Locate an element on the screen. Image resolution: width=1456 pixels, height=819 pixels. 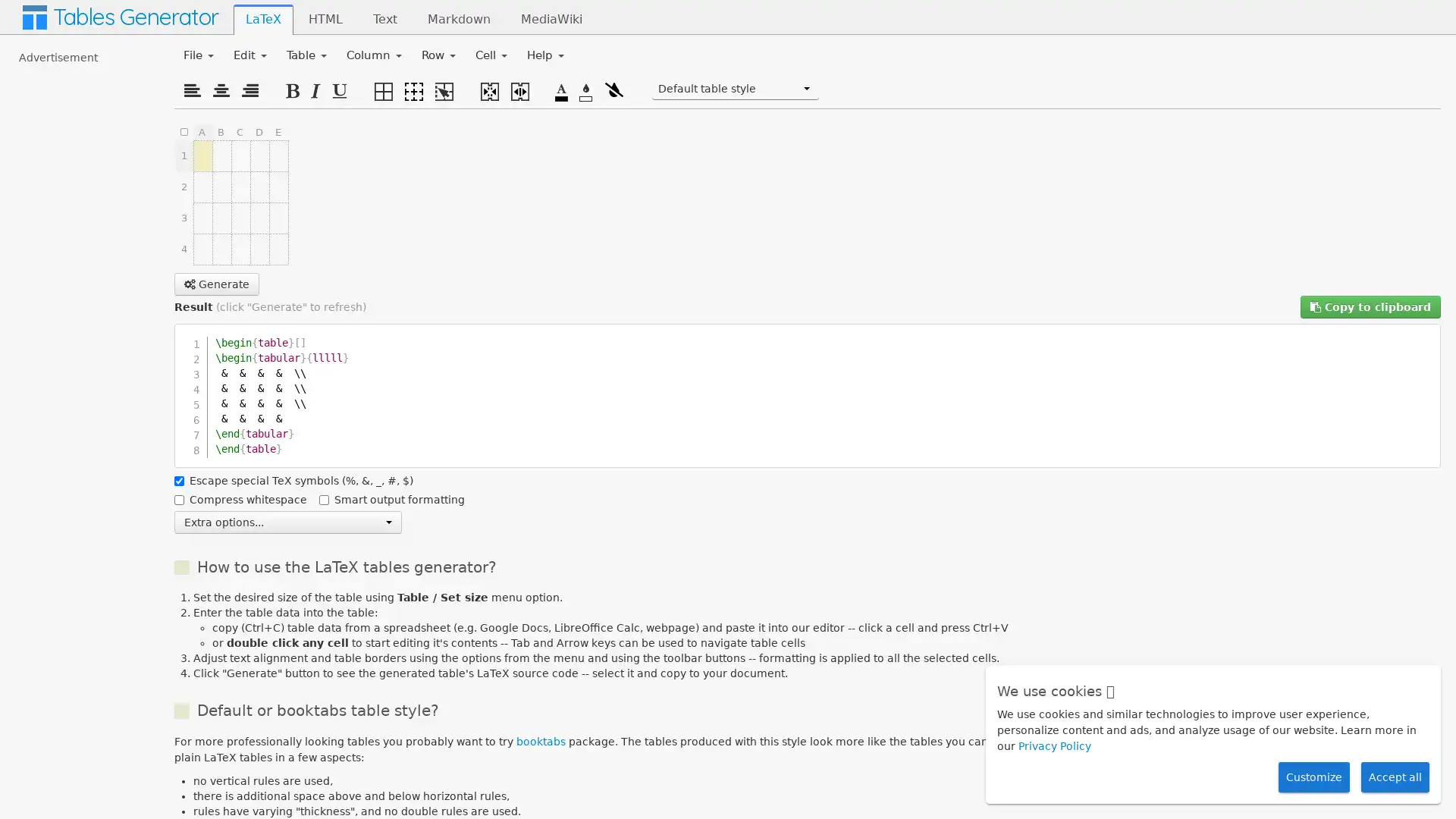
Extra options... is located at coordinates (287, 520).